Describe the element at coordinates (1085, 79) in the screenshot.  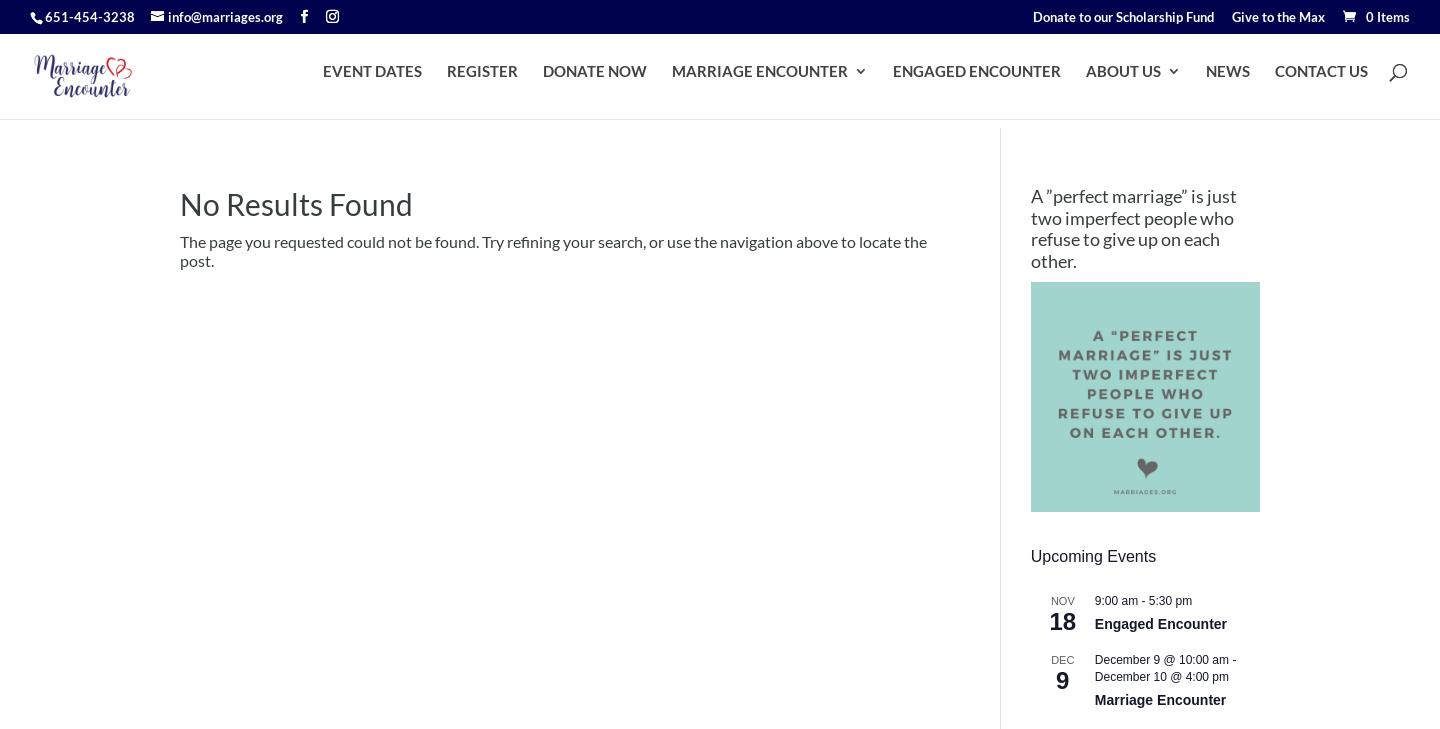
I see `'ABOUT US'` at that location.